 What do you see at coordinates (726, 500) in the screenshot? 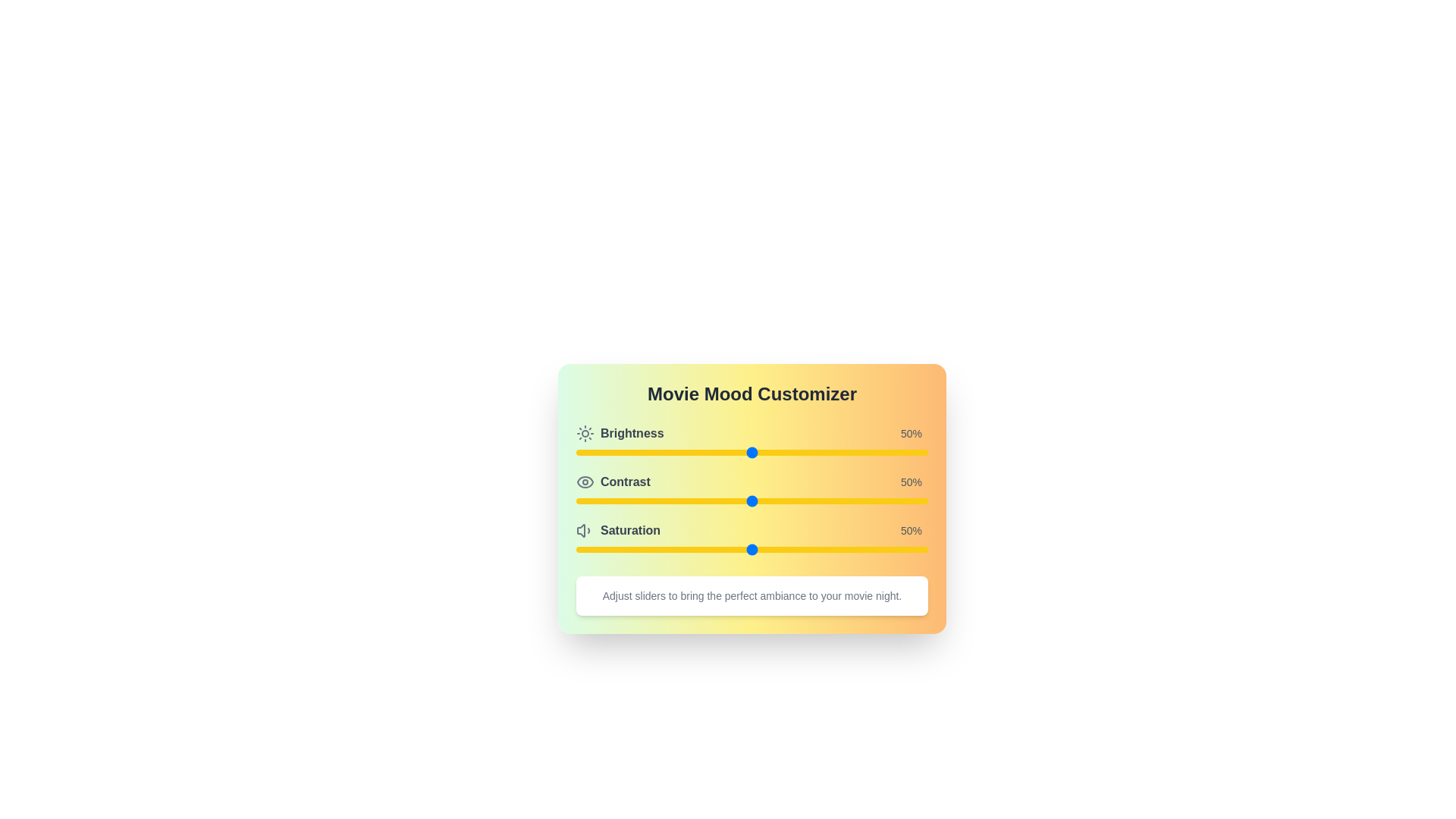
I see `the contrast level` at bounding box center [726, 500].